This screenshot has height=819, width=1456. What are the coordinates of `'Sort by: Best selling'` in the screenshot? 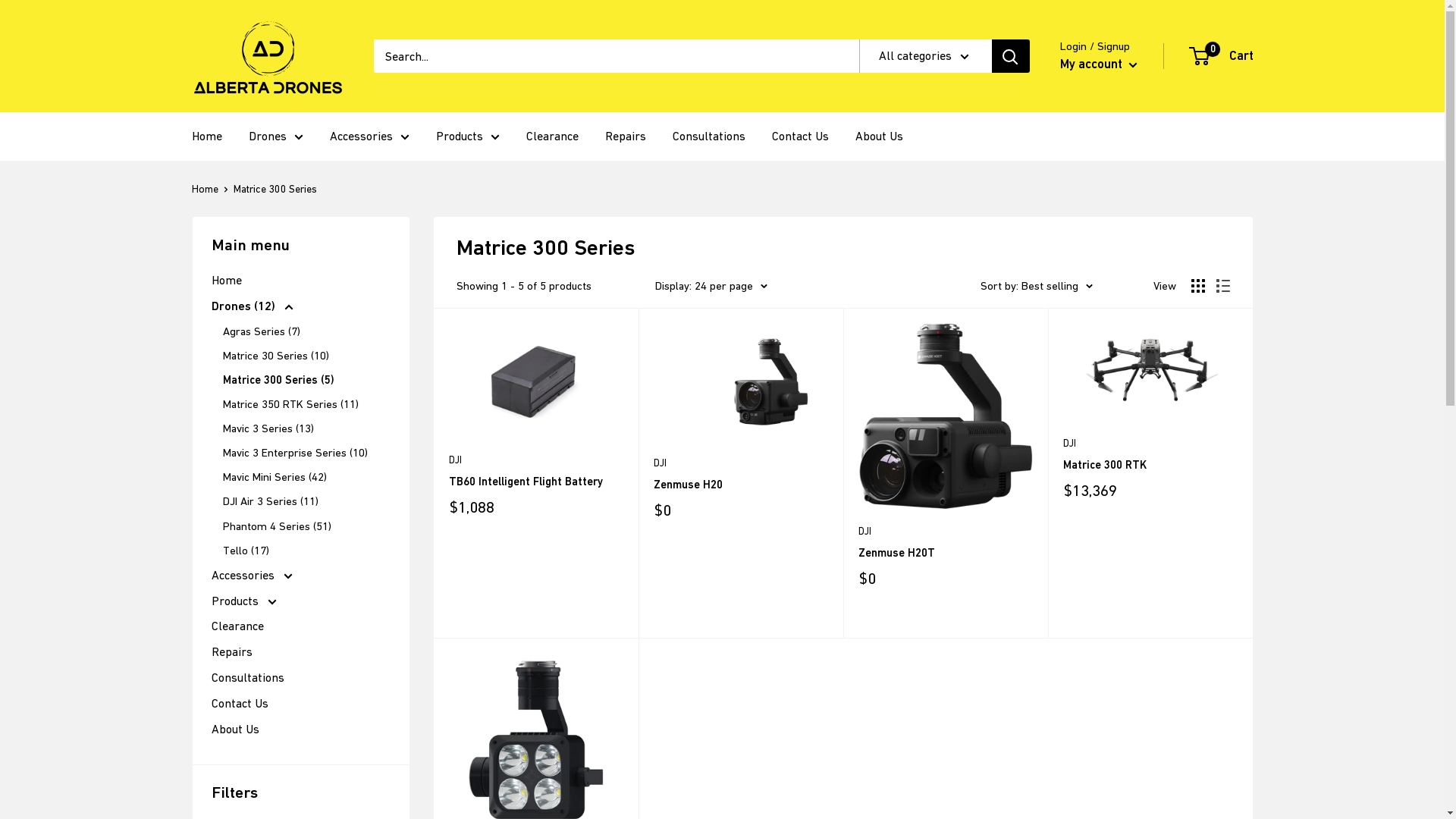 It's located at (1035, 286).